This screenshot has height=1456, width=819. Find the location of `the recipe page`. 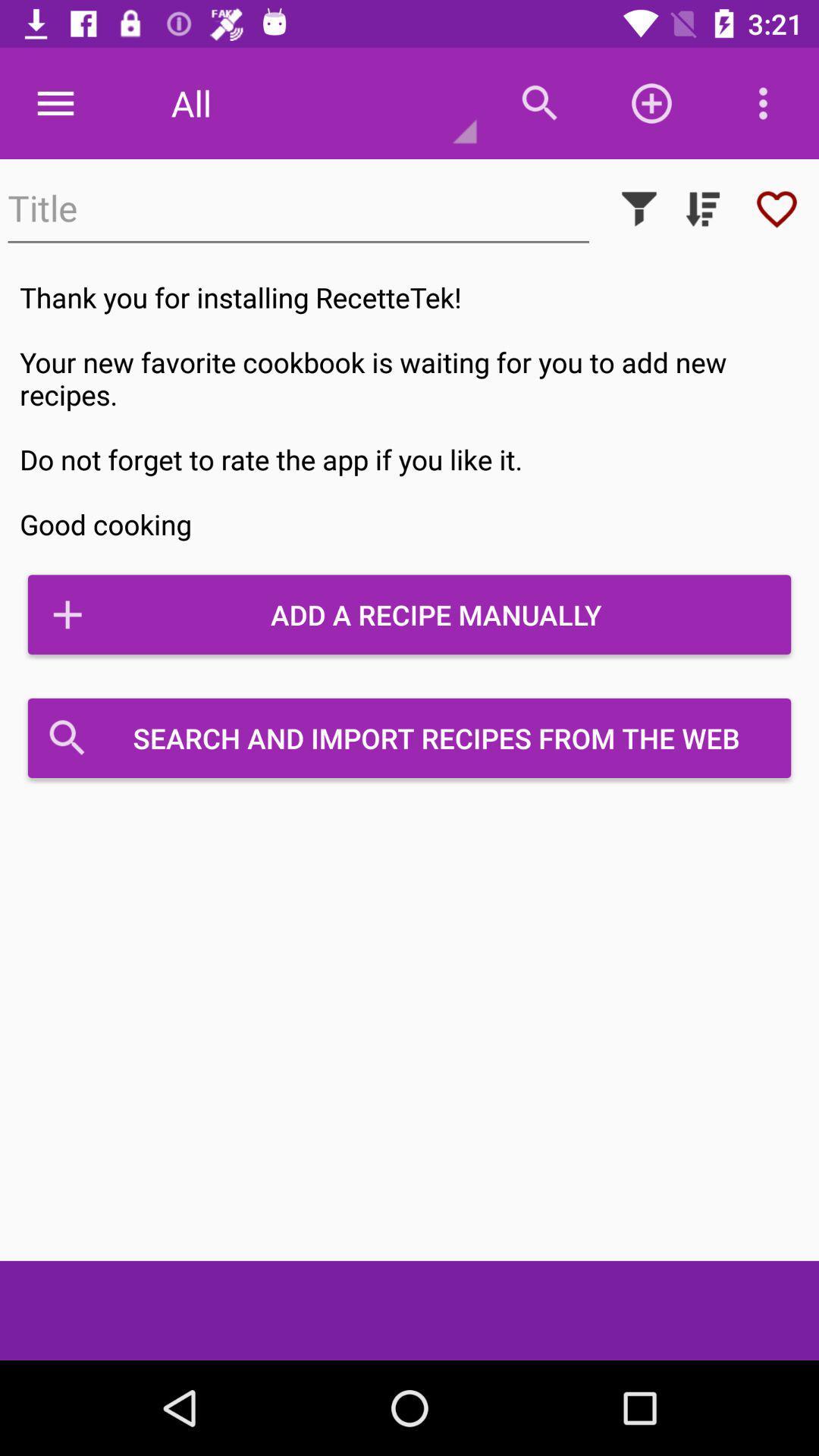

the recipe page is located at coordinates (777, 208).